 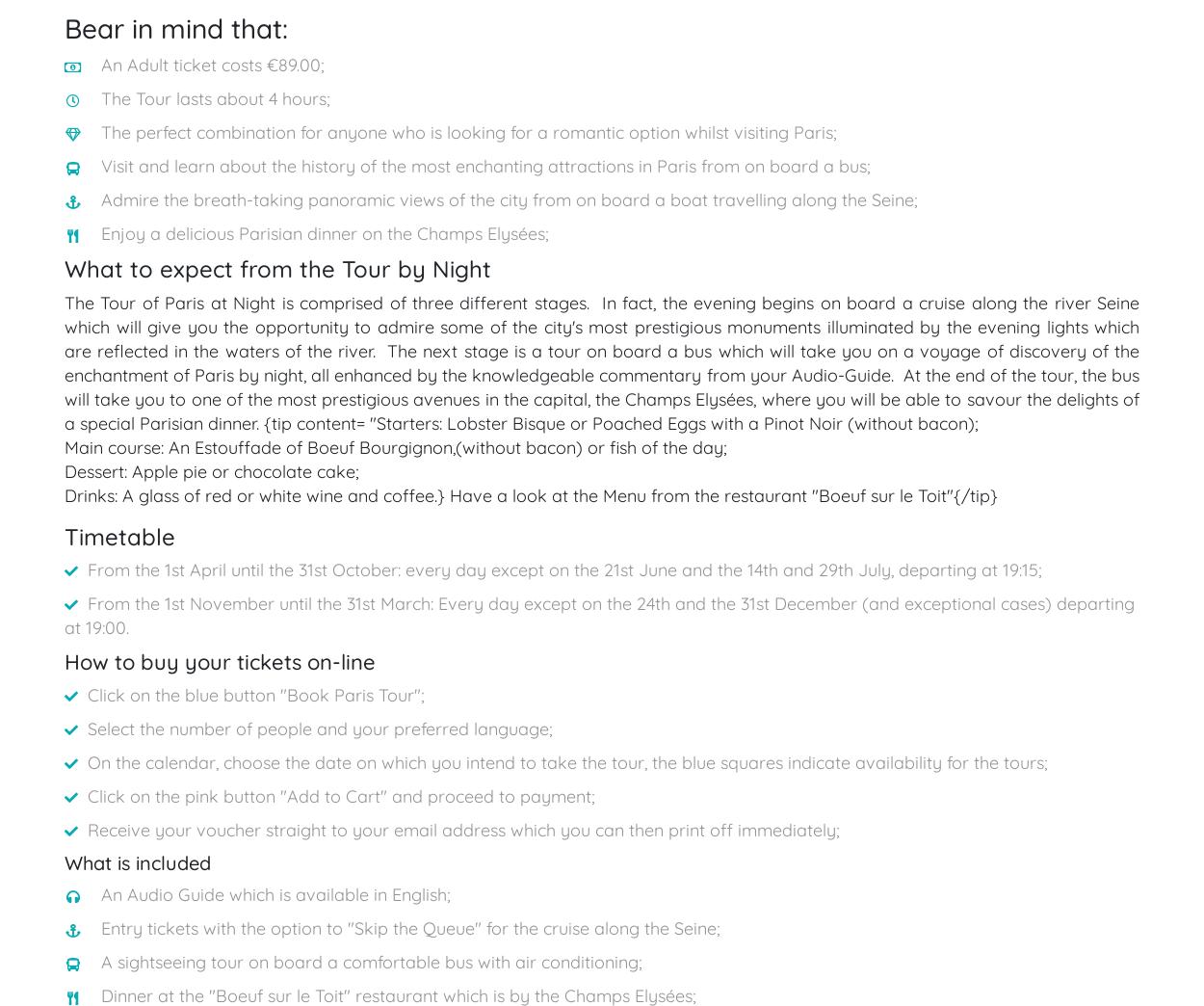 What do you see at coordinates (423, 524) in the screenshot?
I see `'Terms and conditions'` at bounding box center [423, 524].